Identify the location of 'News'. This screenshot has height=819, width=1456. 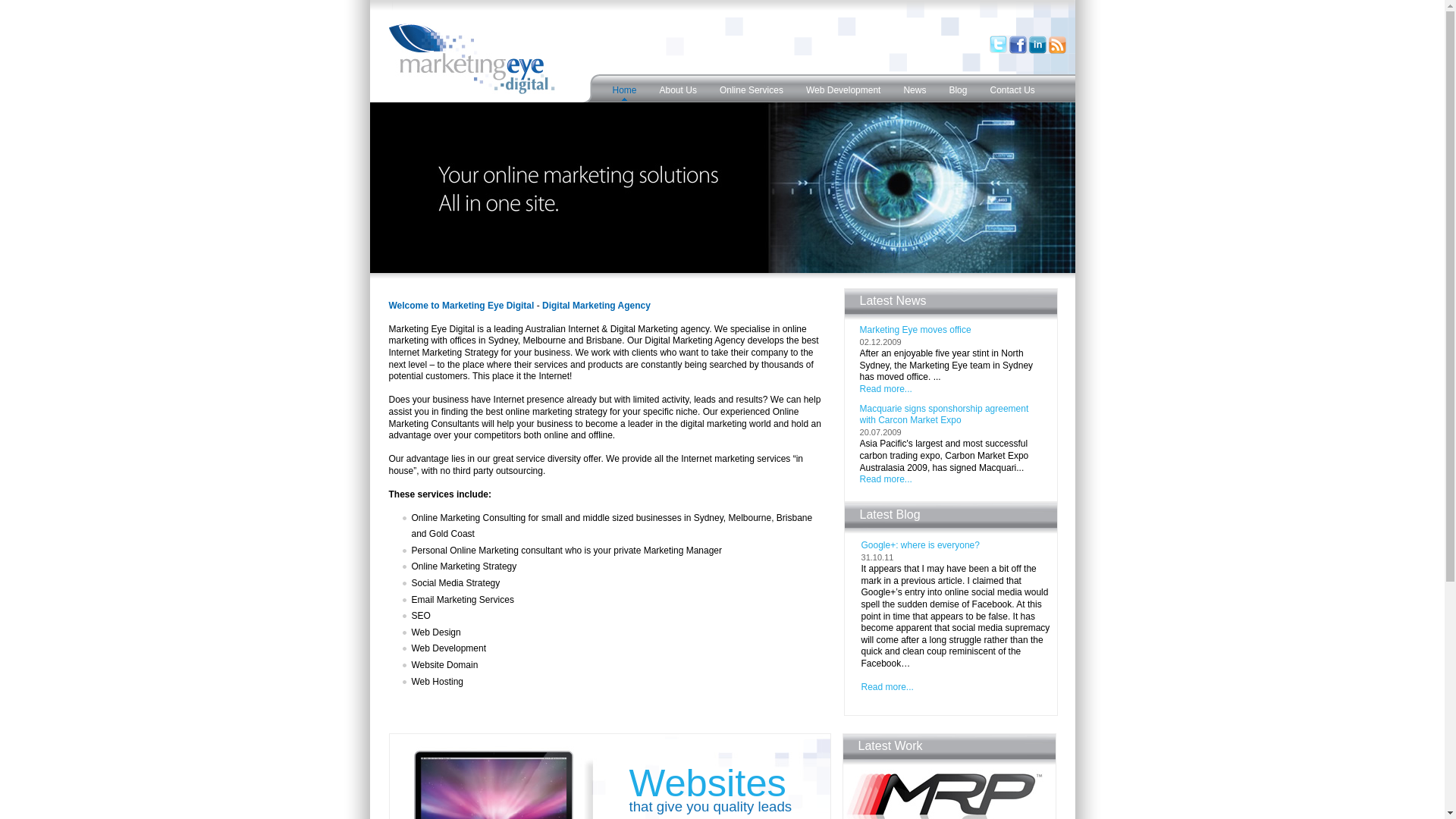
(913, 87).